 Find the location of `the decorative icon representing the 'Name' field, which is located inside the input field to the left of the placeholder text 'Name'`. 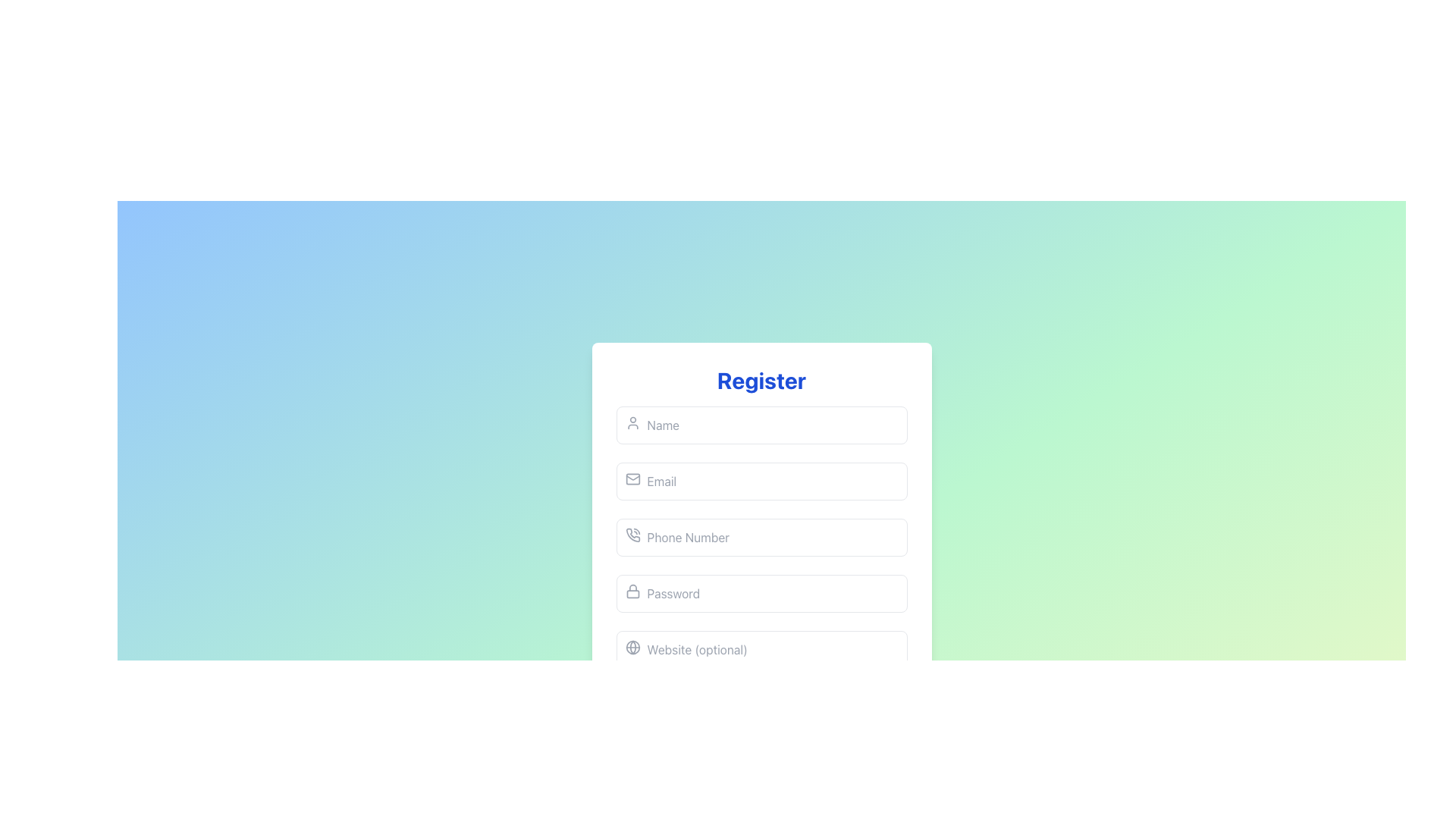

the decorative icon representing the 'Name' field, which is located inside the input field to the left of the placeholder text 'Name' is located at coordinates (632, 423).